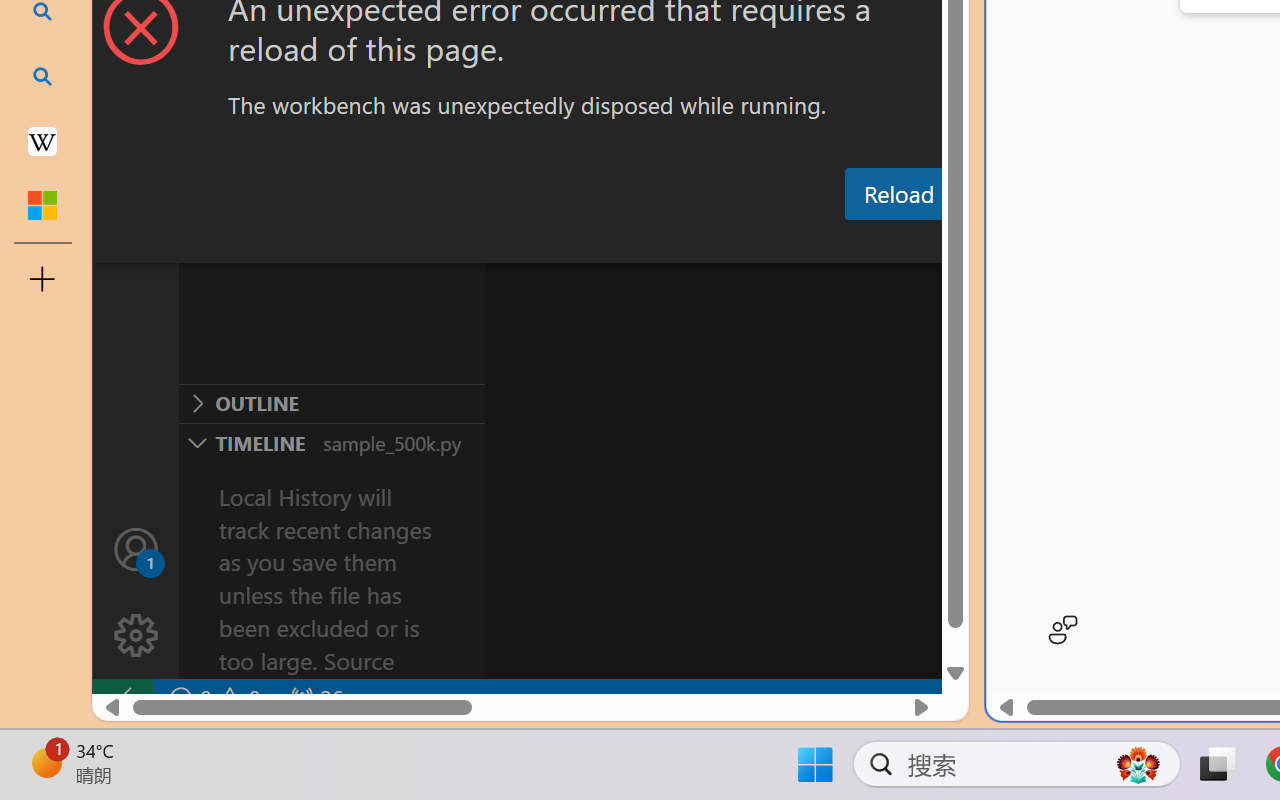 Image resolution: width=1280 pixels, height=800 pixels. Describe the element at coordinates (897, 192) in the screenshot. I see `'Reload'` at that location.